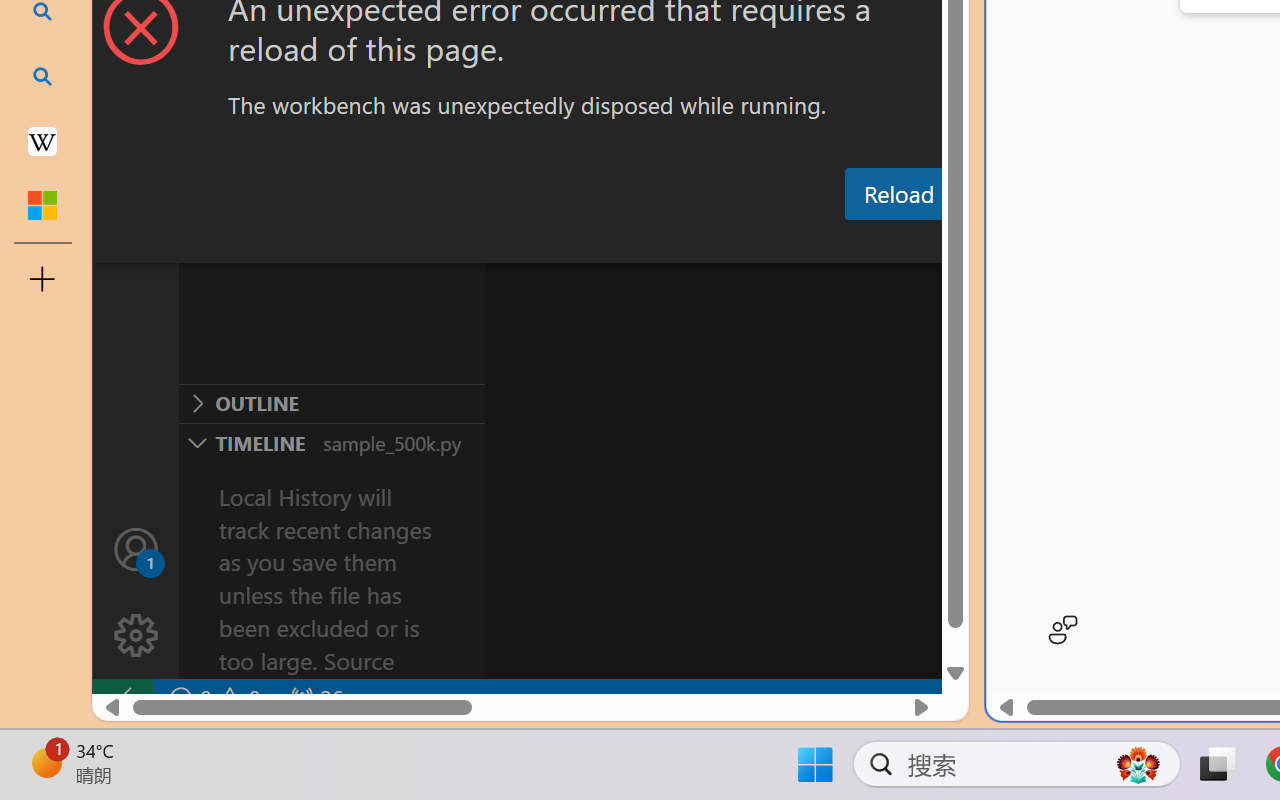 Image resolution: width=1280 pixels, height=800 pixels. Describe the element at coordinates (897, 192) in the screenshot. I see `'Reload'` at that location.